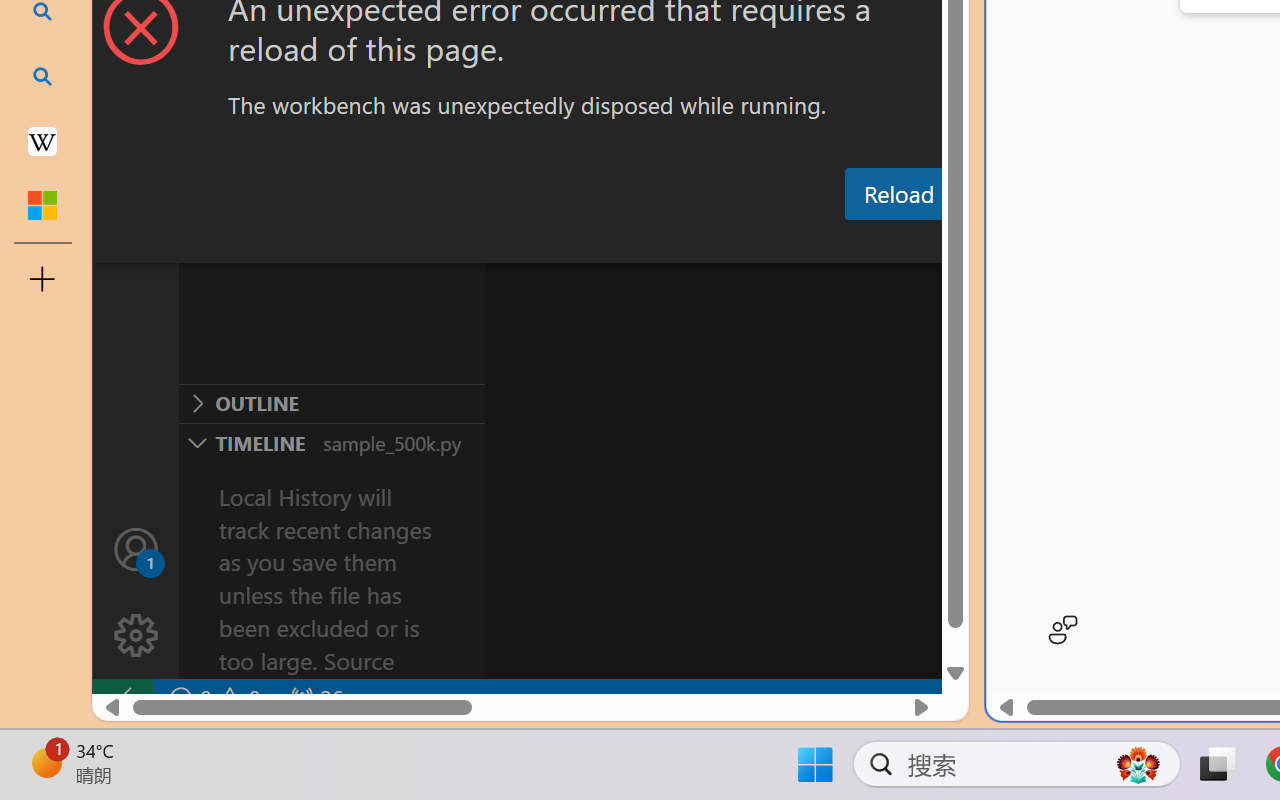 Image resolution: width=1280 pixels, height=800 pixels. Describe the element at coordinates (897, 192) in the screenshot. I see `'Reload'` at that location.